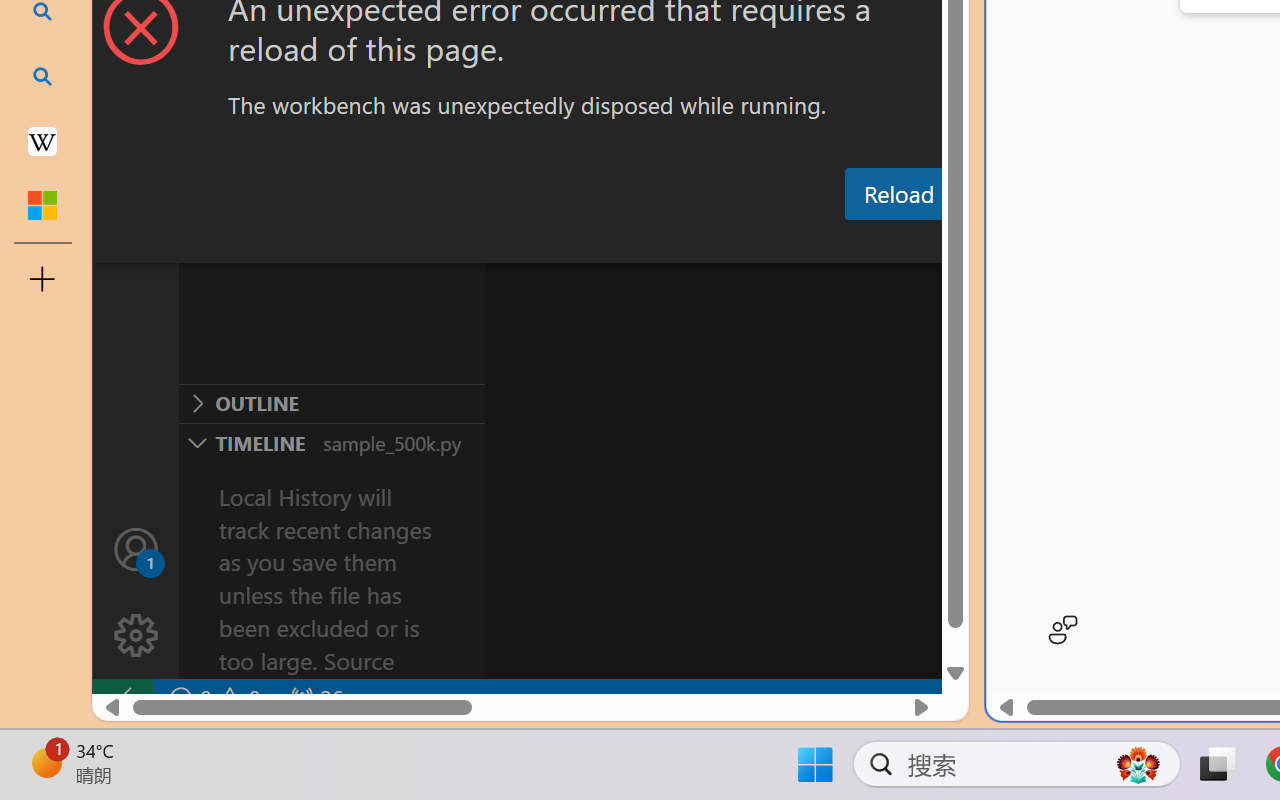 Image resolution: width=1280 pixels, height=800 pixels. Describe the element at coordinates (897, 192) in the screenshot. I see `'Reload'` at that location.